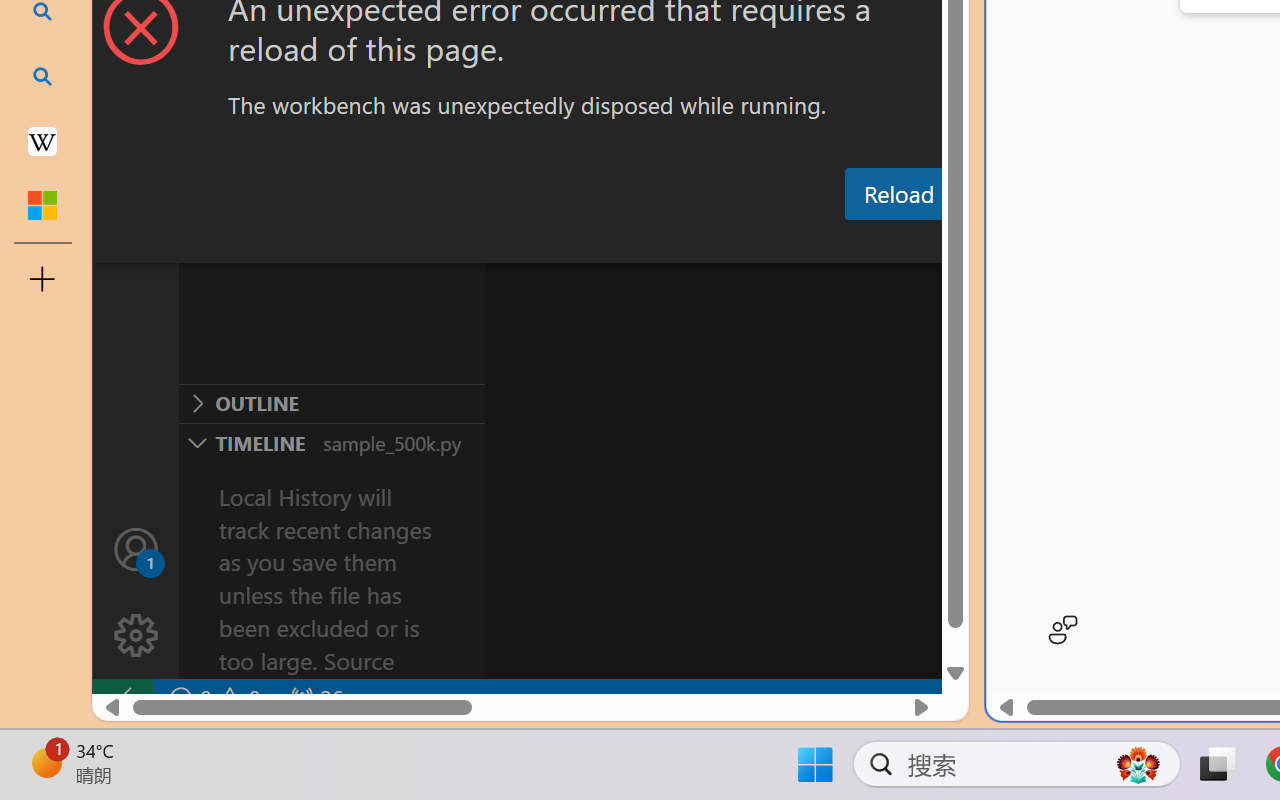 Image resolution: width=1280 pixels, height=800 pixels. Describe the element at coordinates (897, 192) in the screenshot. I see `'Reload'` at that location.